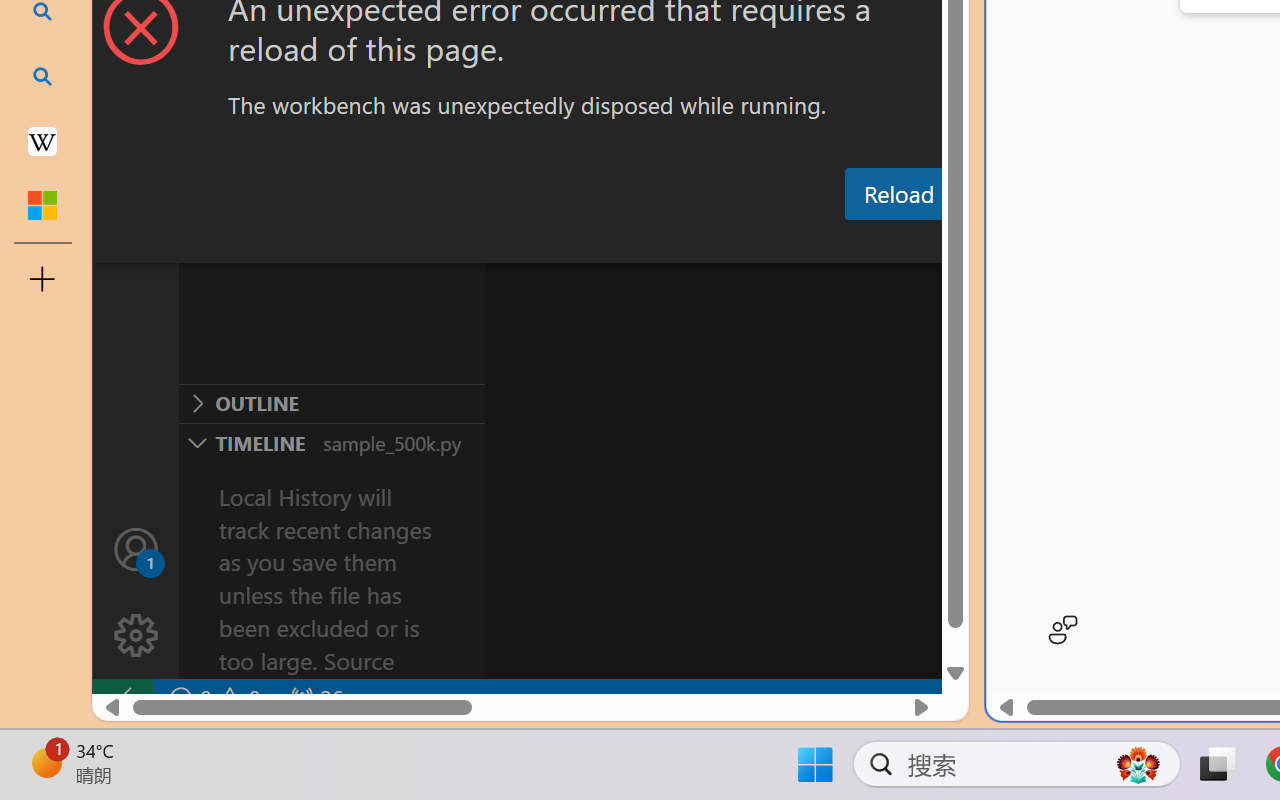 Image resolution: width=1280 pixels, height=800 pixels. Describe the element at coordinates (897, 192) in the screenshot. I see `'Reload'` at that location.